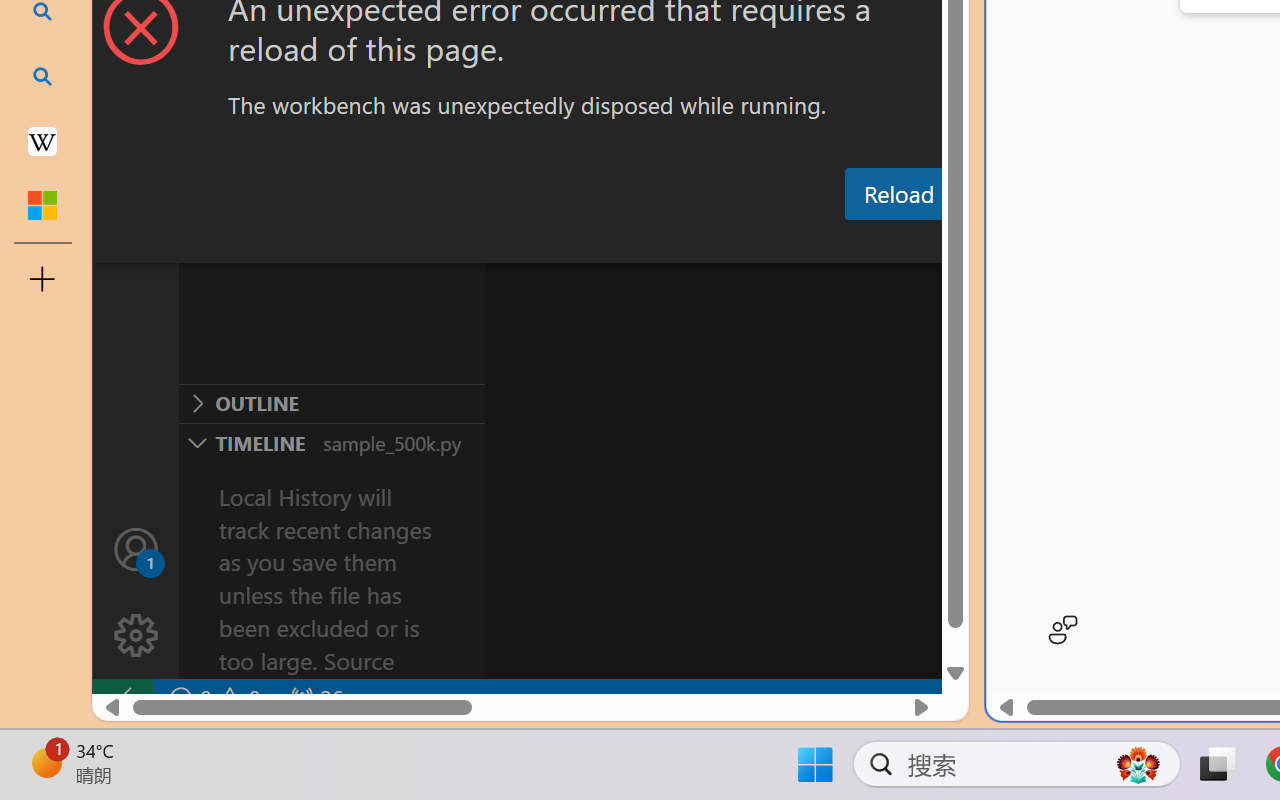 Image resolution: width=1280 pixels, height=800 pixels. Describe the element at coordinates (897, 192) in the screenshot. I see `'Reload'` at that location.